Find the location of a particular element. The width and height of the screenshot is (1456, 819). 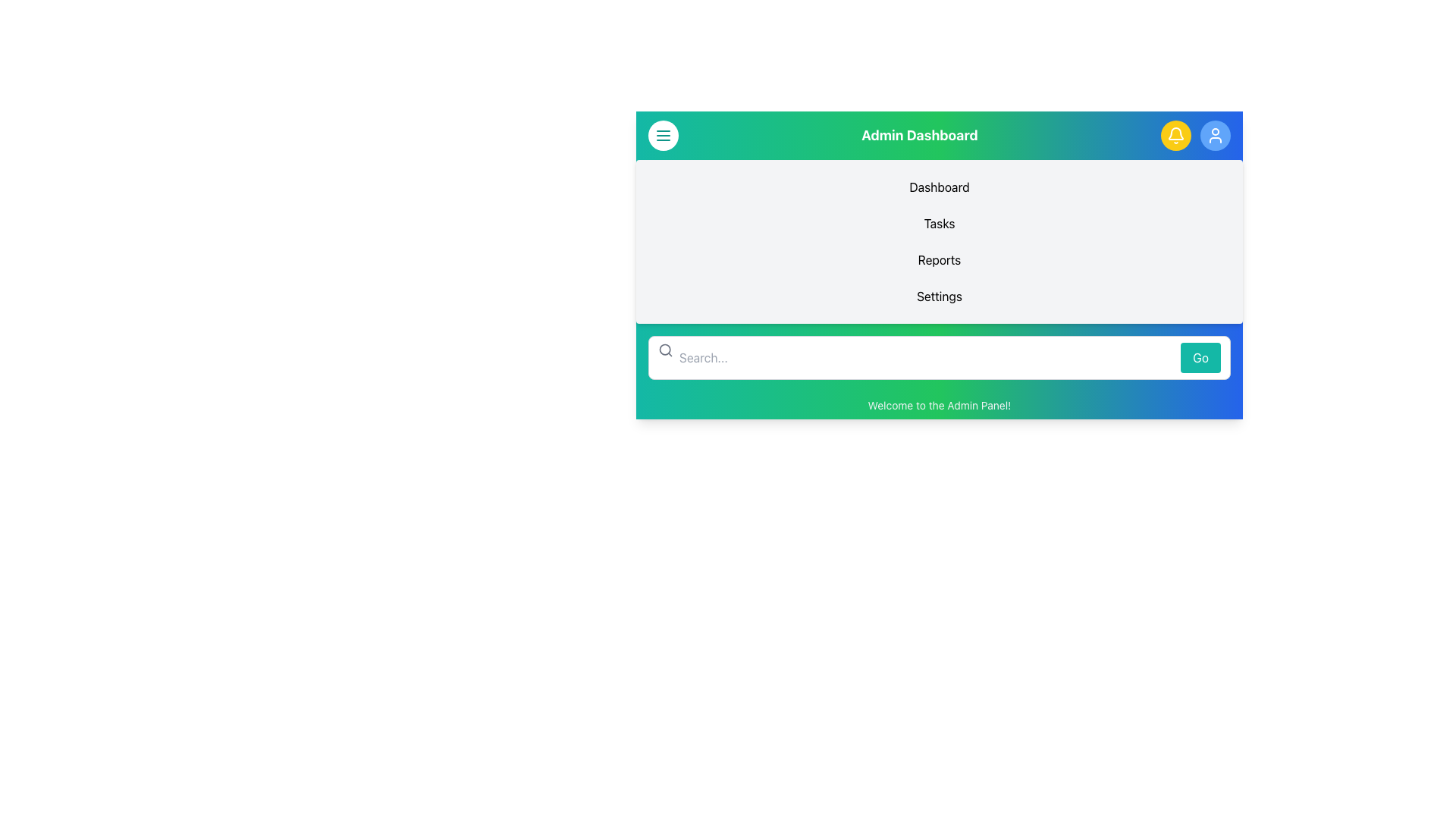

the welcome message text label located at the bottom of the admin dashboard interface, which provides an introductory remark to users is located at coordinates (938, 405).